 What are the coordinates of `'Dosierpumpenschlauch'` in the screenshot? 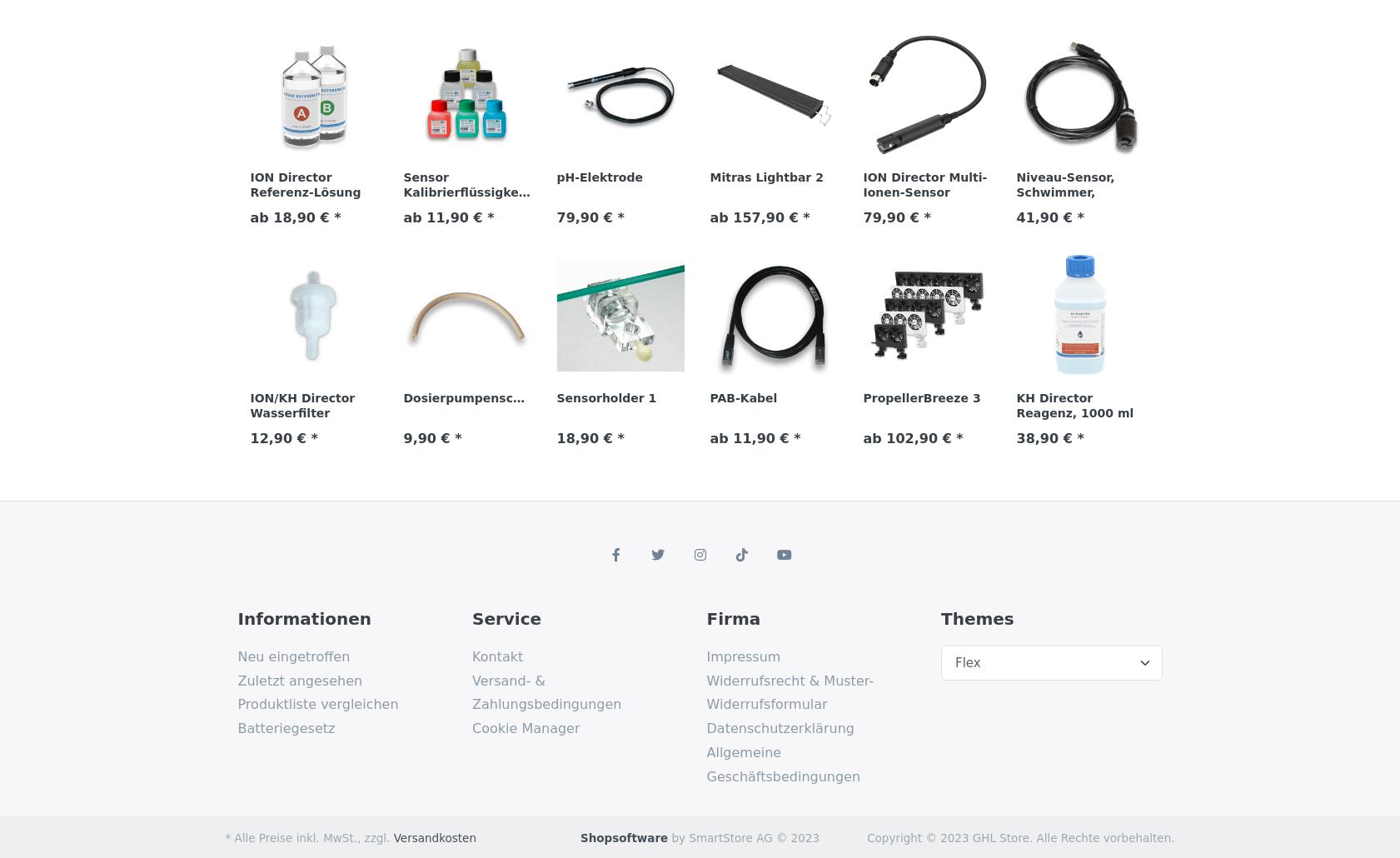 It's located at (479, 396).